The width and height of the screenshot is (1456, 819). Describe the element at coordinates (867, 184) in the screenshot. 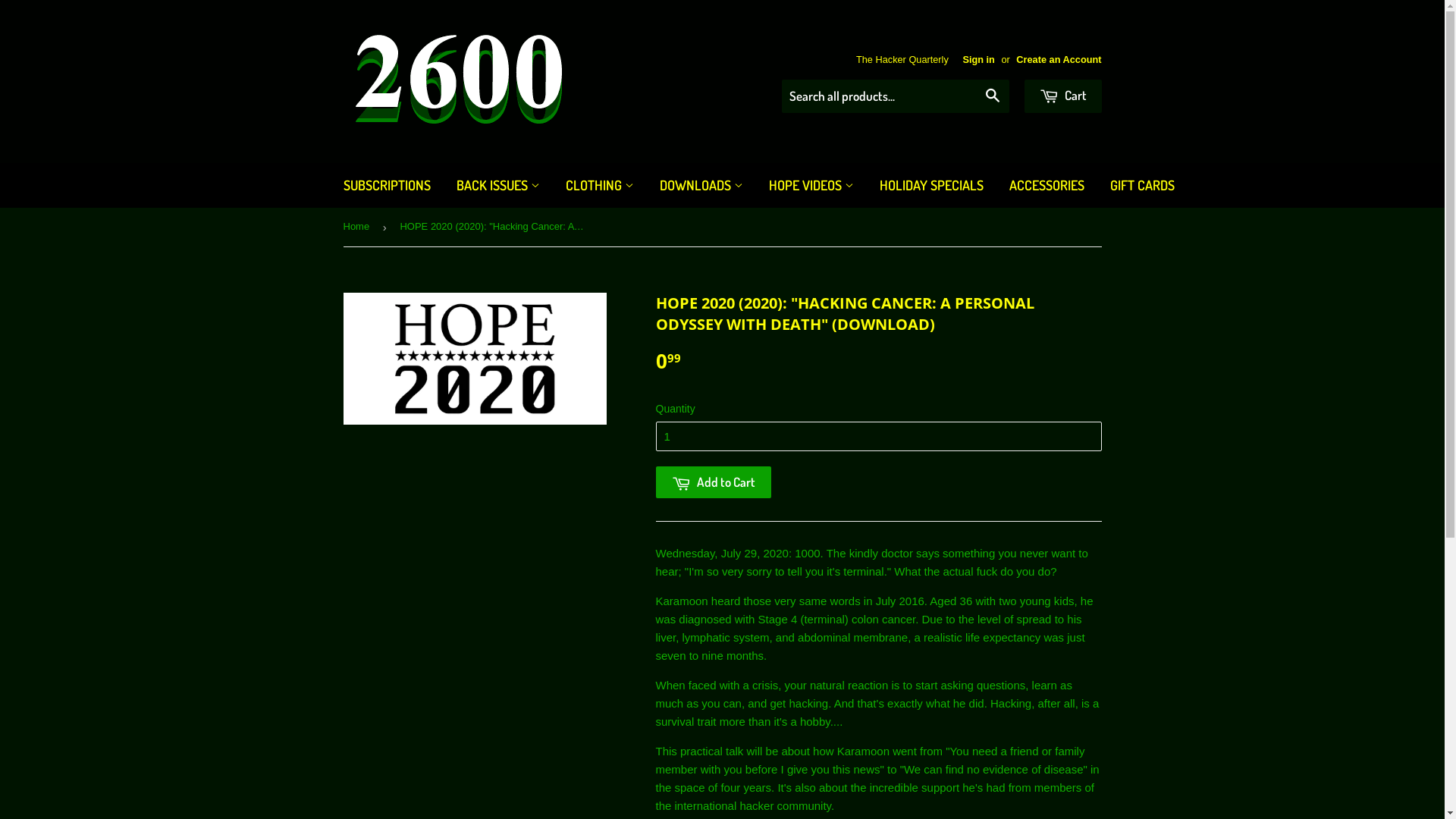

I see `'HOLIDAY SPECIALS'` at that location.